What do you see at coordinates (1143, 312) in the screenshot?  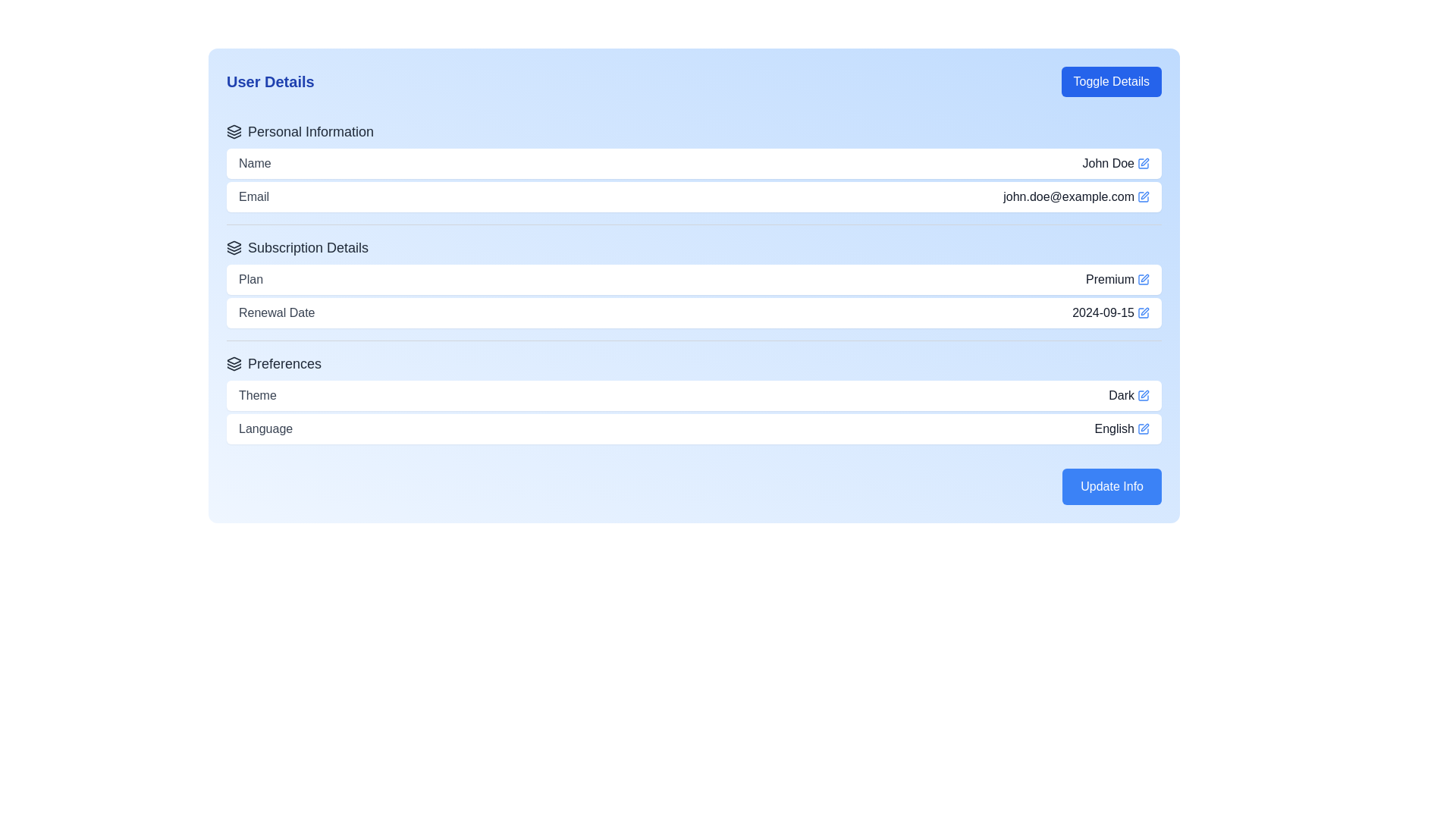 I see `the edit icon located directly to the right of the '2024-09-15' text` at bounding box center [1143, 312].